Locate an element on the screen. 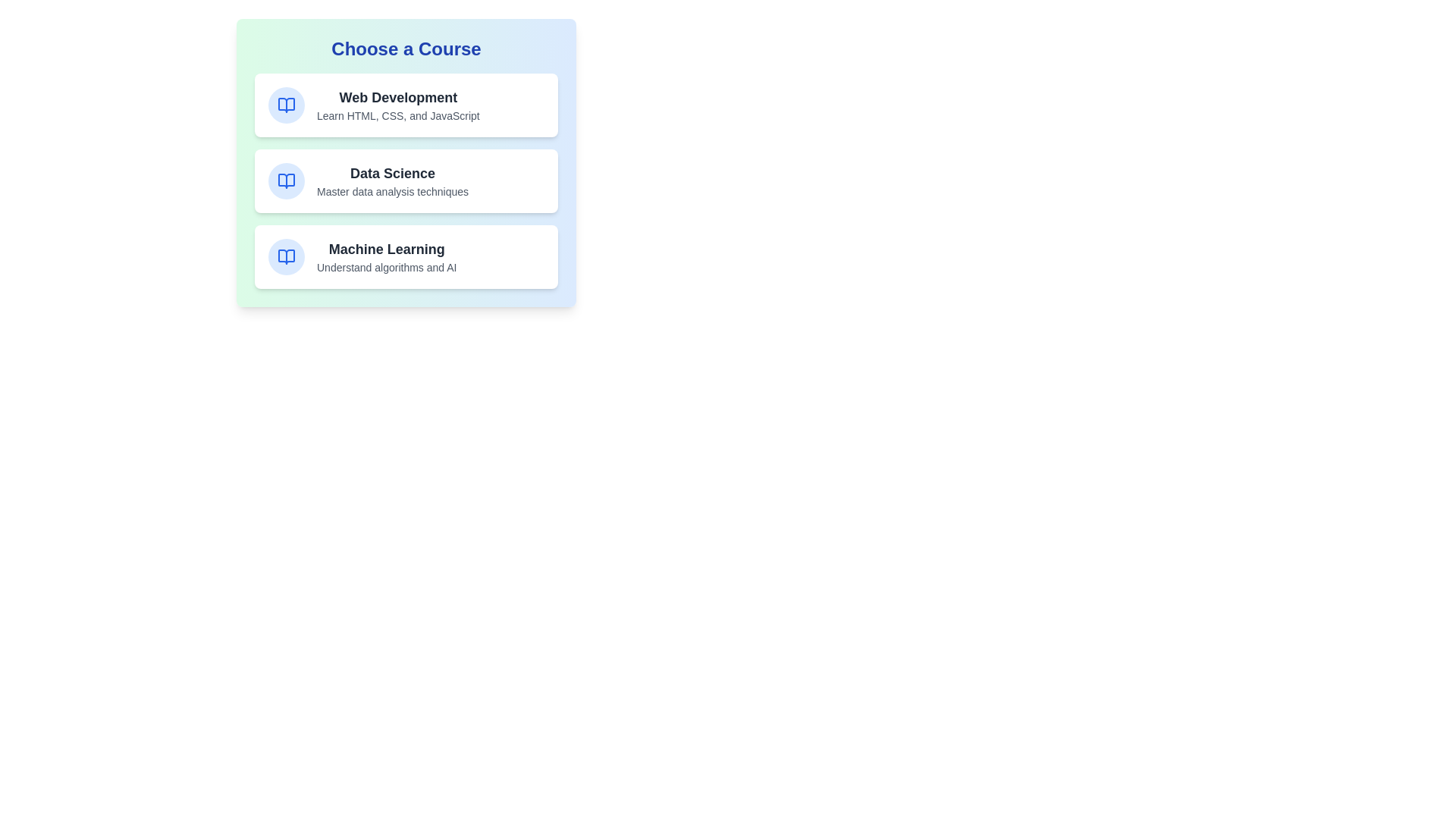 The height and width of the screenshot is (819, 1456). the text label that reads 'Understand algorithms and AI', which is styled with a smaller font size and light gray color, located under the 'Machine Learning' text element in a card layout is located at coordinates (387, 267).